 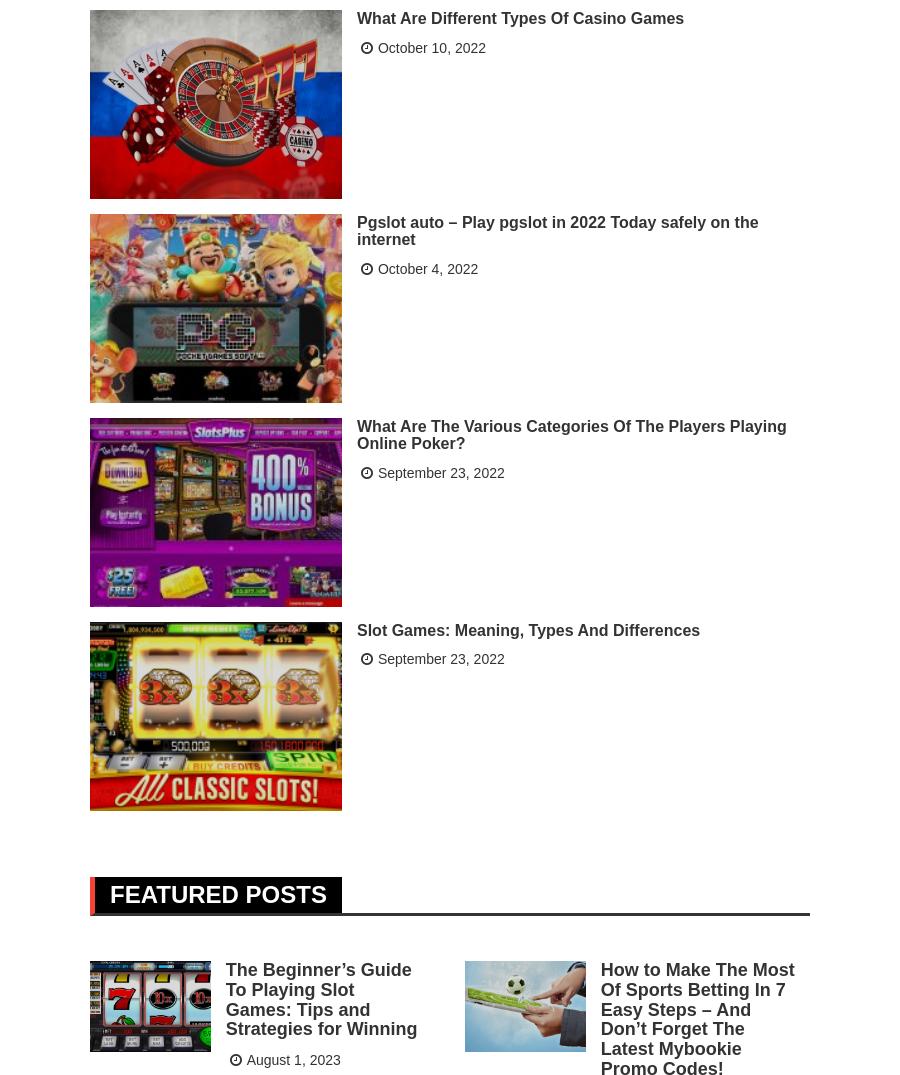 What do you see at coordinates (320, 997) in the screenshot?
I see `'The Beginner’s Guide To Playing Slot Games: Tips and Strategies for Winning'` at bounding box center [320, 997].